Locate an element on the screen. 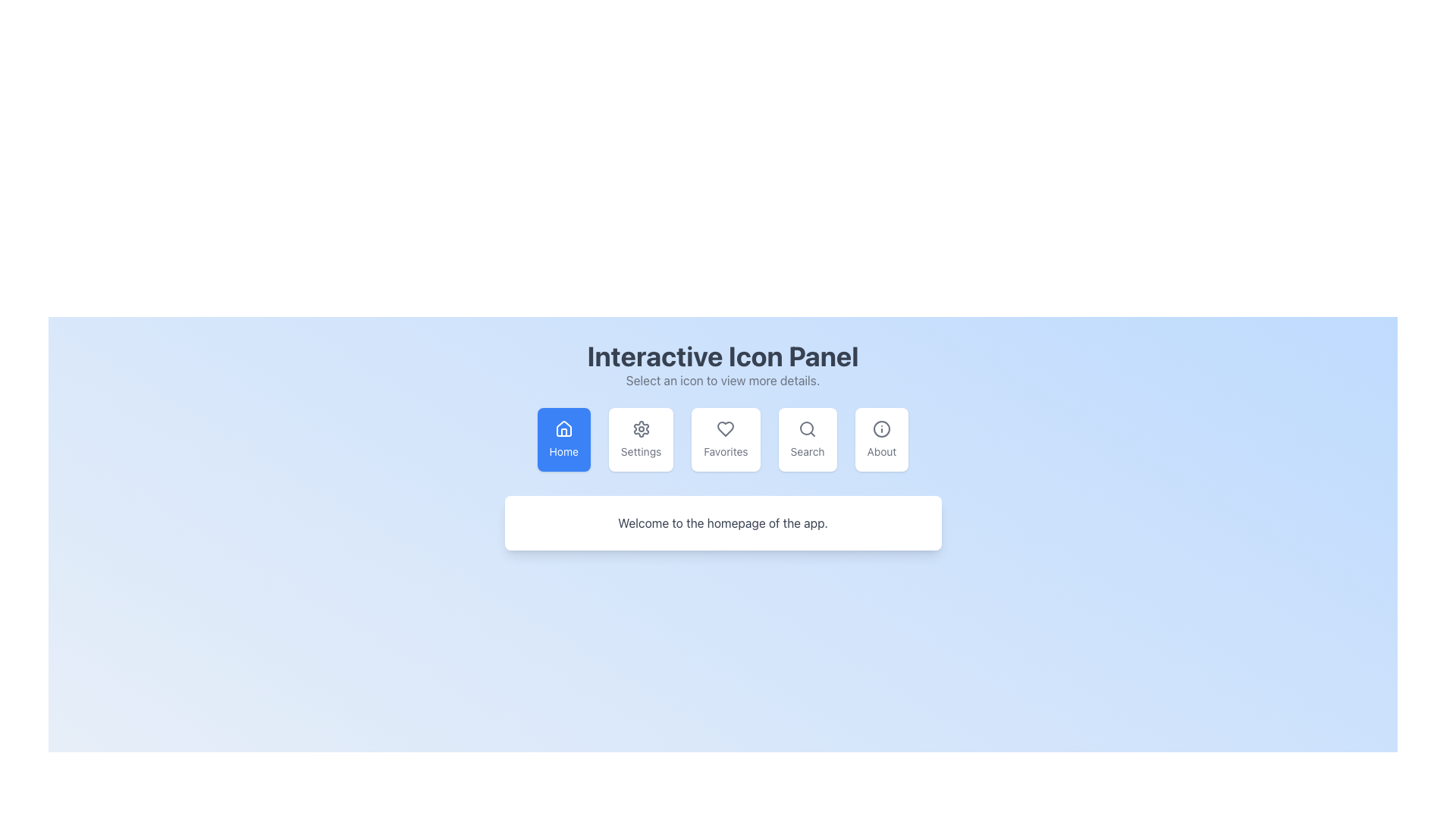  the navigation button that redirects to the homepage, which is the first in a sequence of five buttons including 'Settings', 'Favorites', 'Search', and 'About', to observe a scaling effect is located at coordinates (563, 439).